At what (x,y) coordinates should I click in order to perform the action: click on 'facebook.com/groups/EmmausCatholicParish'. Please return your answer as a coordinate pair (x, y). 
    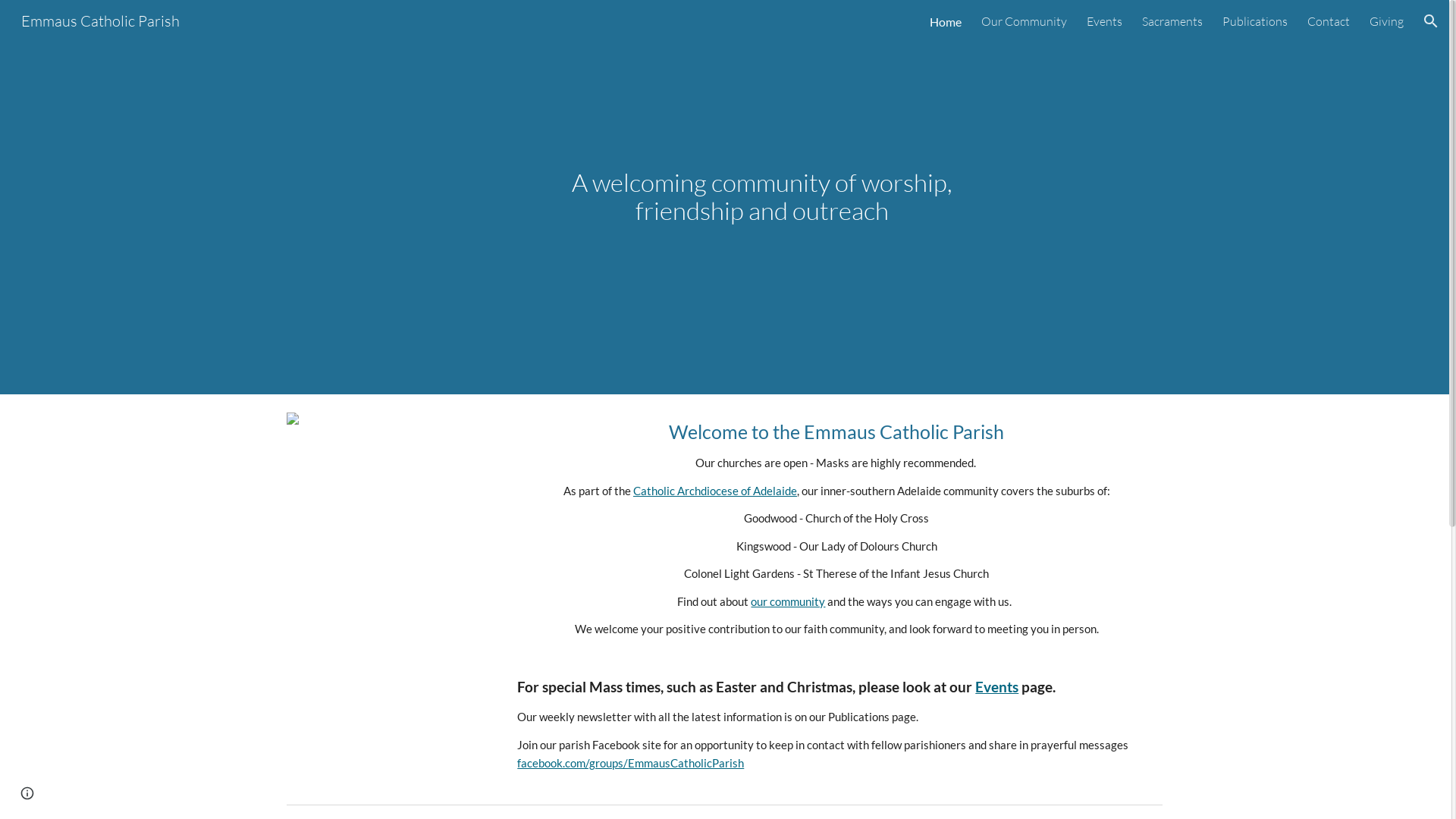
    Looking at the image, I should click on (630, 763).